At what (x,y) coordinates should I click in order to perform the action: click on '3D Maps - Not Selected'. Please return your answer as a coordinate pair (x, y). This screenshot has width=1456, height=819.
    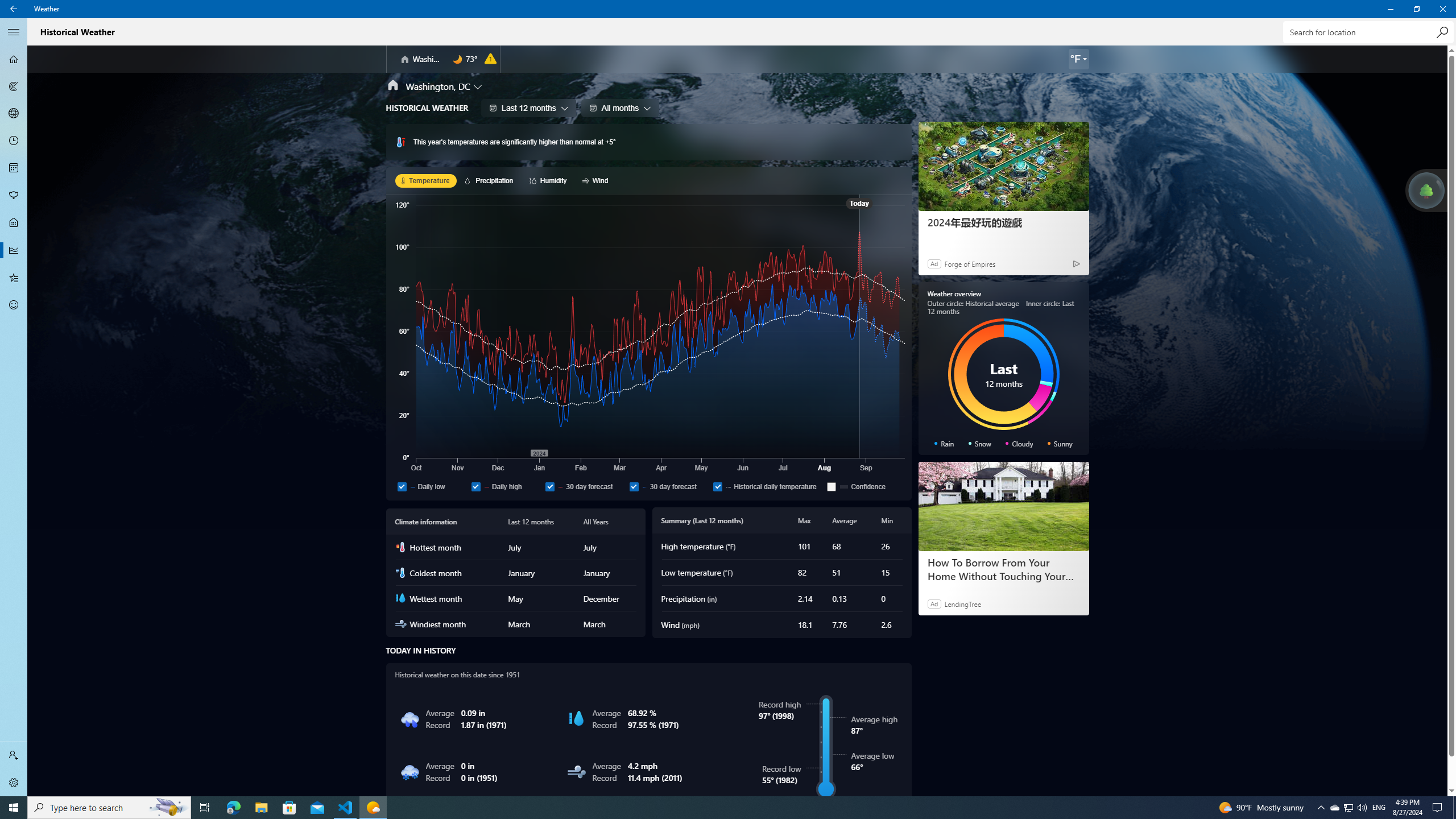
    Looking at the image, I should click on (14, 113).